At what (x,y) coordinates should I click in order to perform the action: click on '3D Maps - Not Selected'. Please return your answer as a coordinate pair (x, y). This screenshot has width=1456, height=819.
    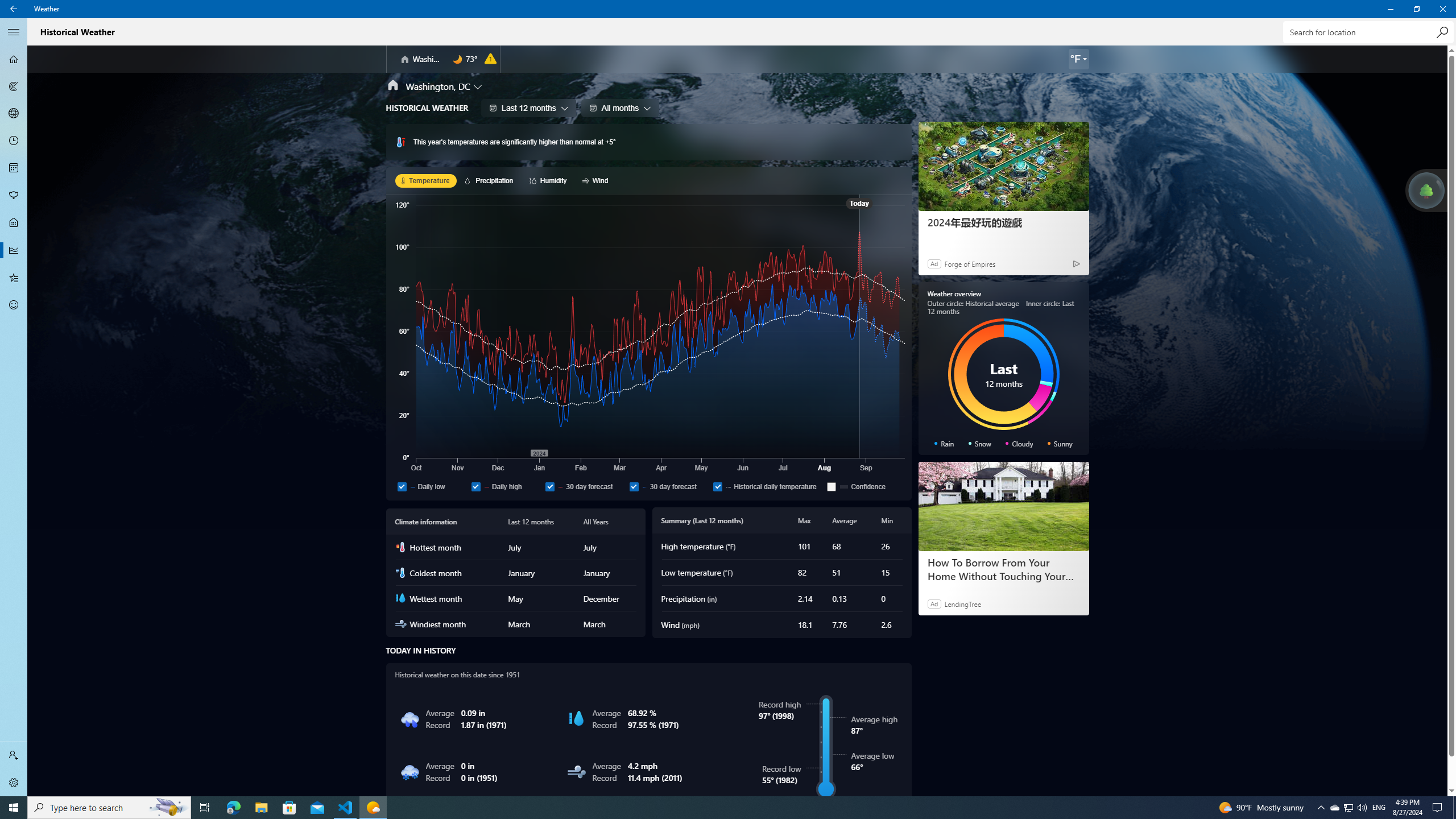
    Looking at the image, I should click on (14, 113).